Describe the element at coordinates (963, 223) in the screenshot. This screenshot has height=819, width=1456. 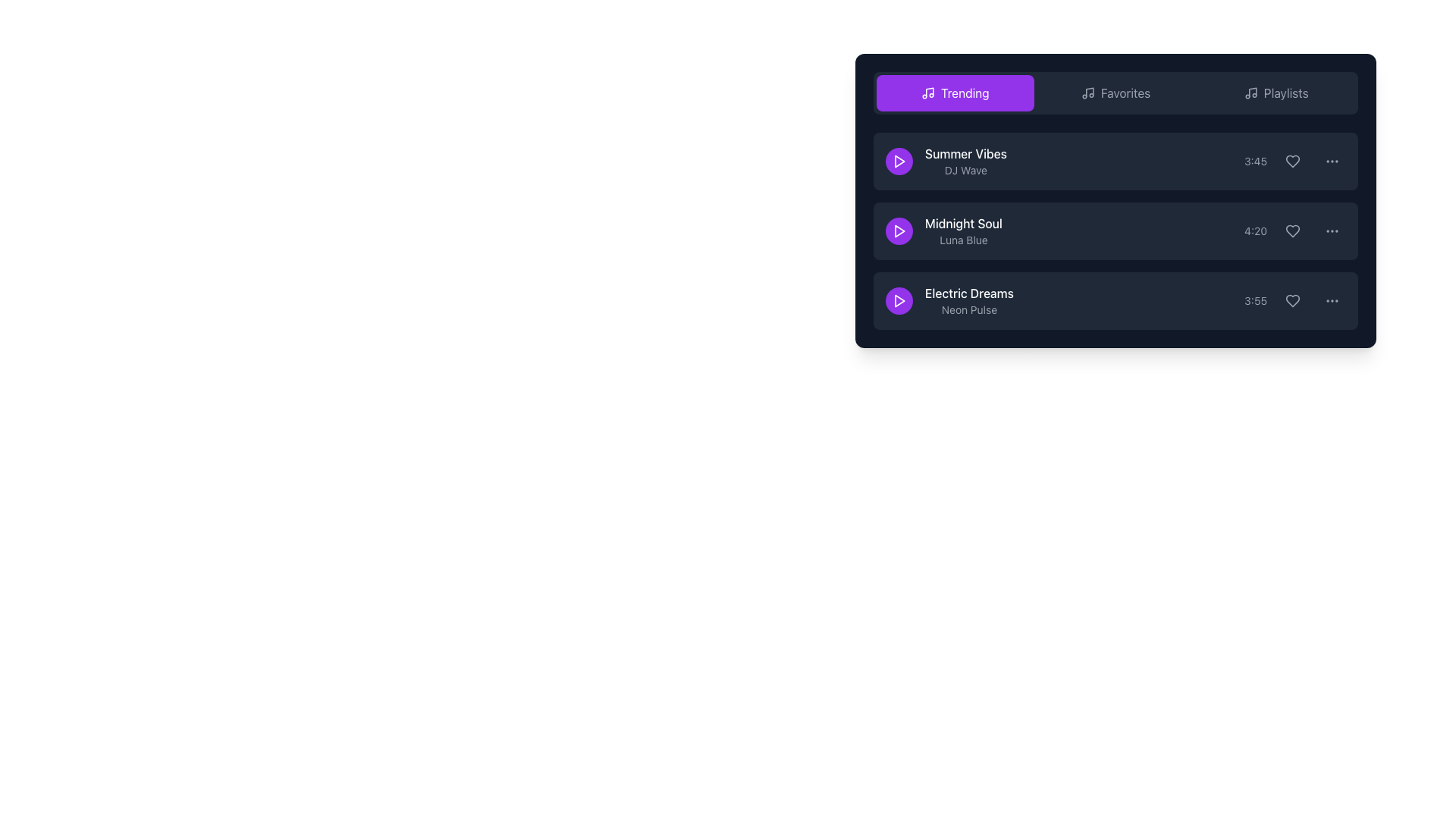
I see `the Text Label displaying 'Midnight Soul', which is located in a playlist-like interface next to other text elements and above 'Luna Blue'` at that location.